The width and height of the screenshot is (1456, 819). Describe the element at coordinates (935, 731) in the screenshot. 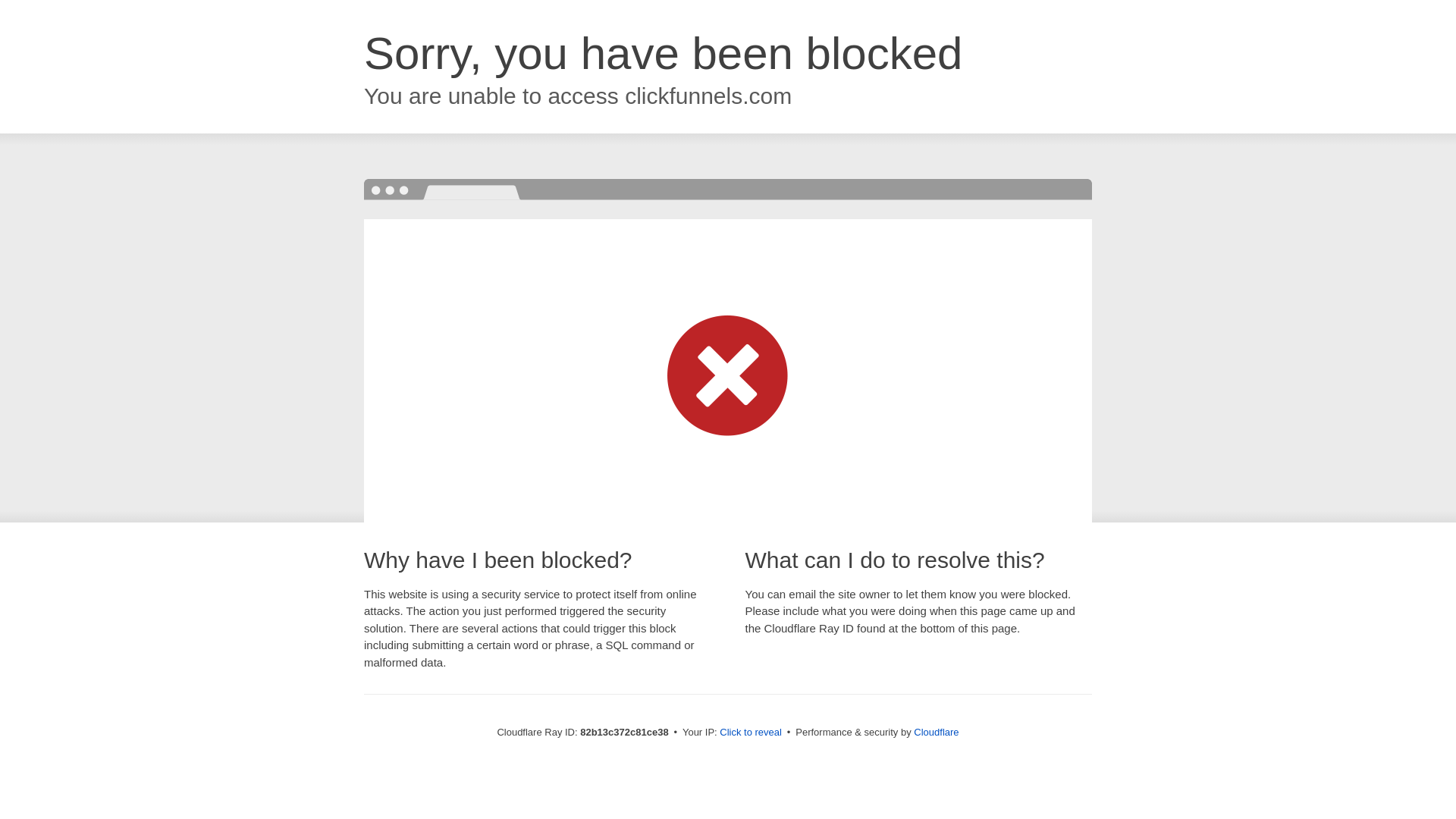

I see `'Cloudflare'` at that location.